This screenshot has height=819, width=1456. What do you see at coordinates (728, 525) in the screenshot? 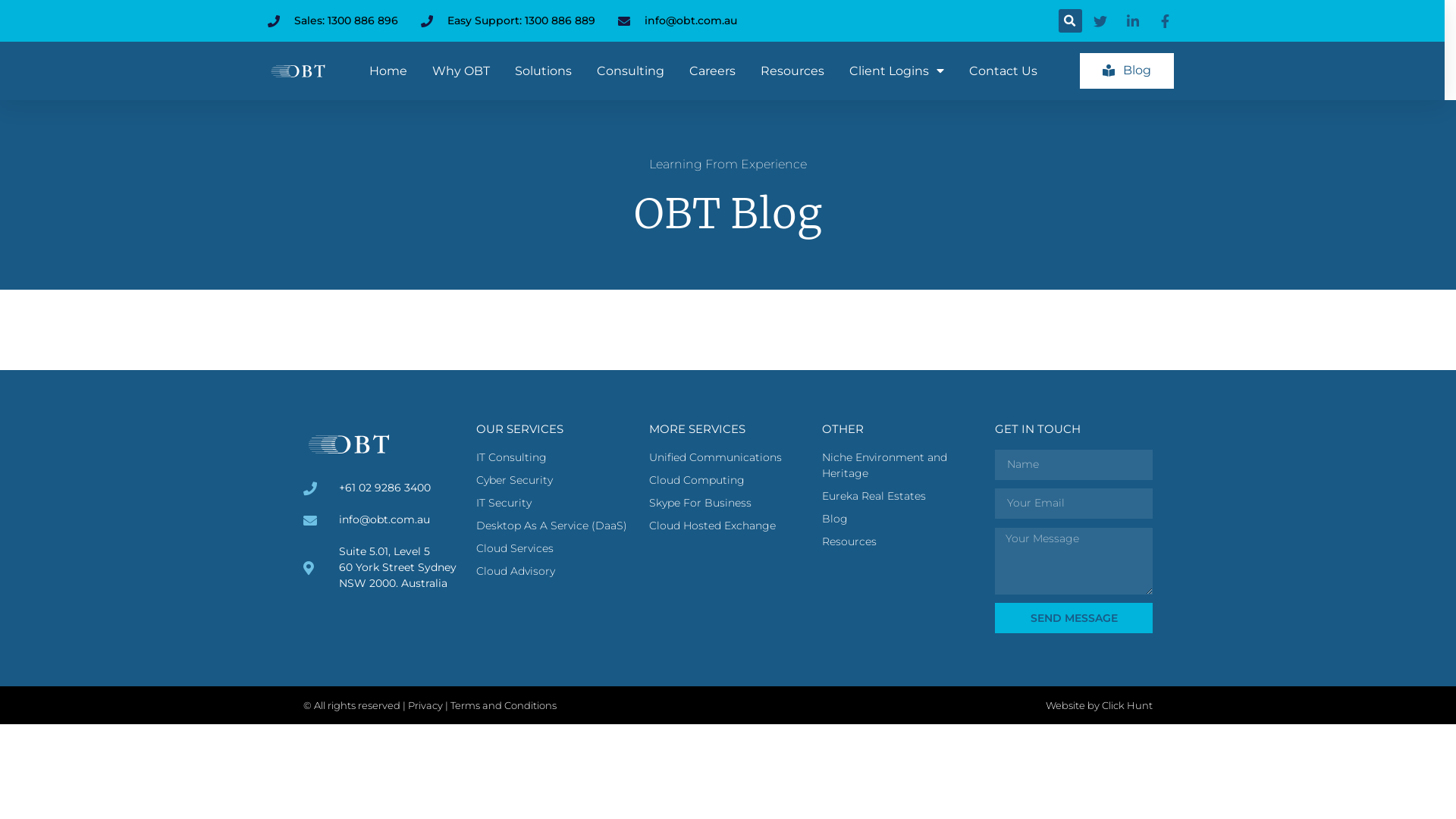
I see `'Cloud Hosted Exchange'` at bounding box center [728, 525].